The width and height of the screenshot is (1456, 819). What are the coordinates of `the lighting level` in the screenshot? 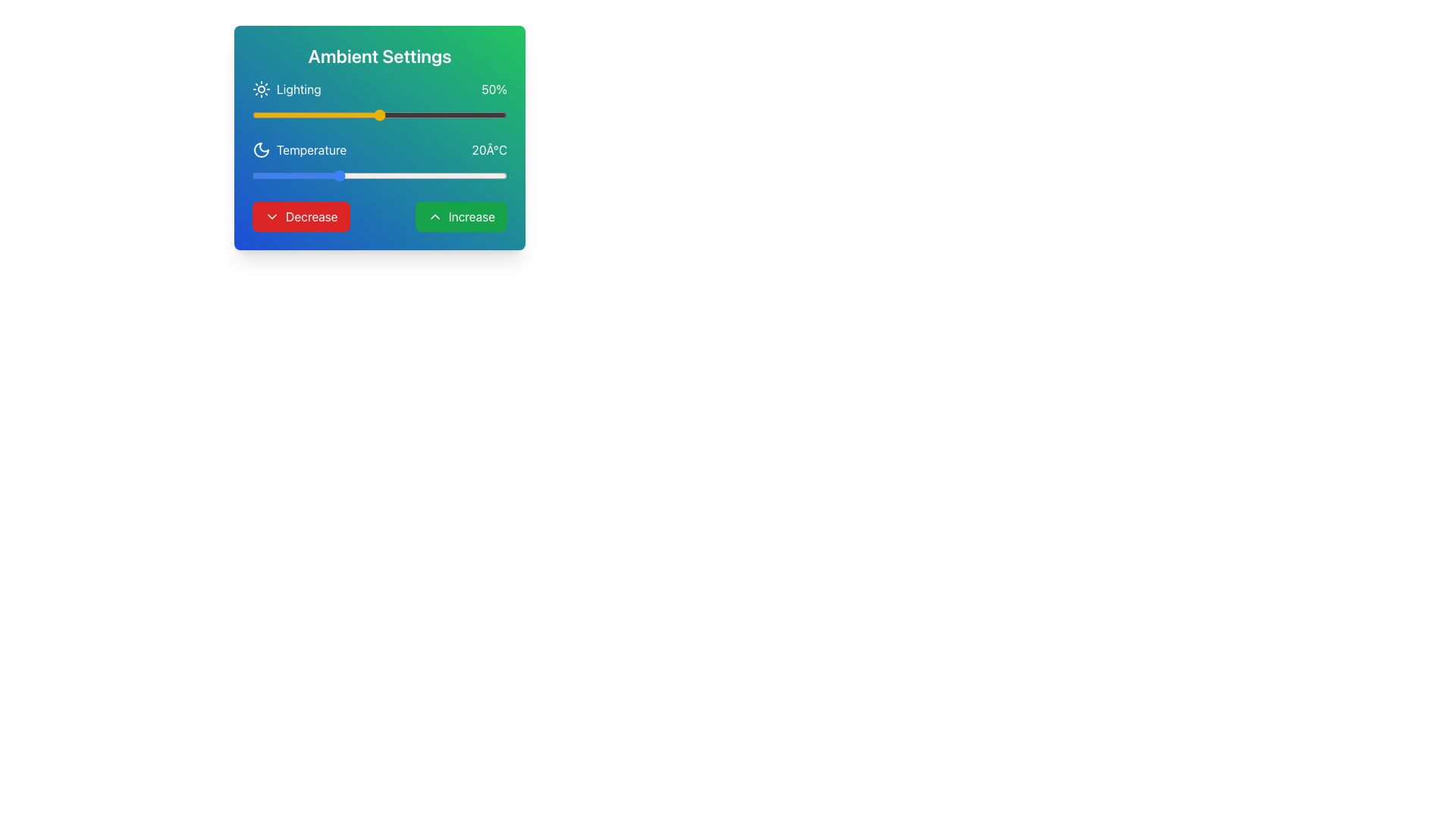 It's located at (410, 114).